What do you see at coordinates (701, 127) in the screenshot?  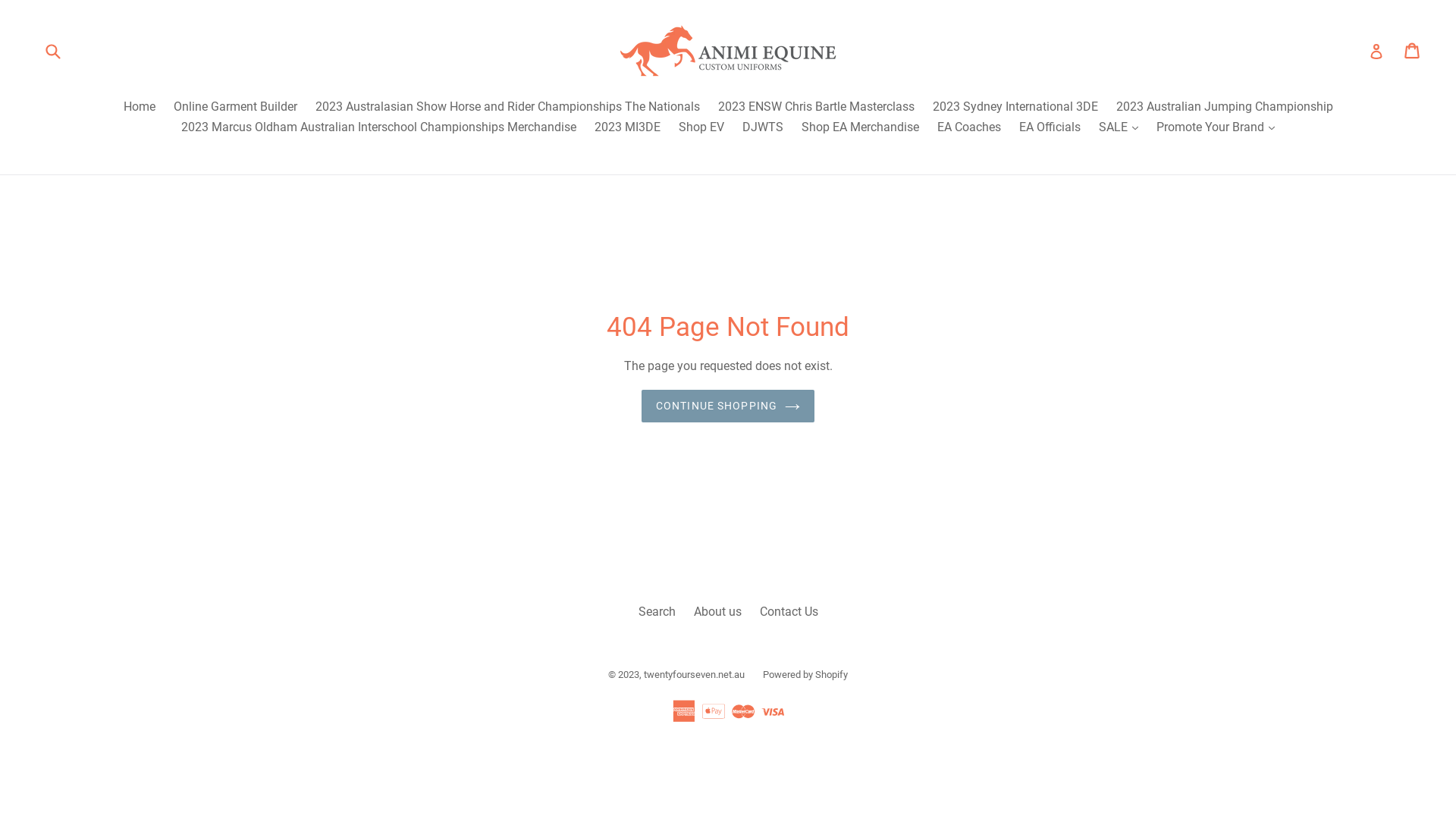 I see `'Shop EV'` at bounding box center [701, 127].